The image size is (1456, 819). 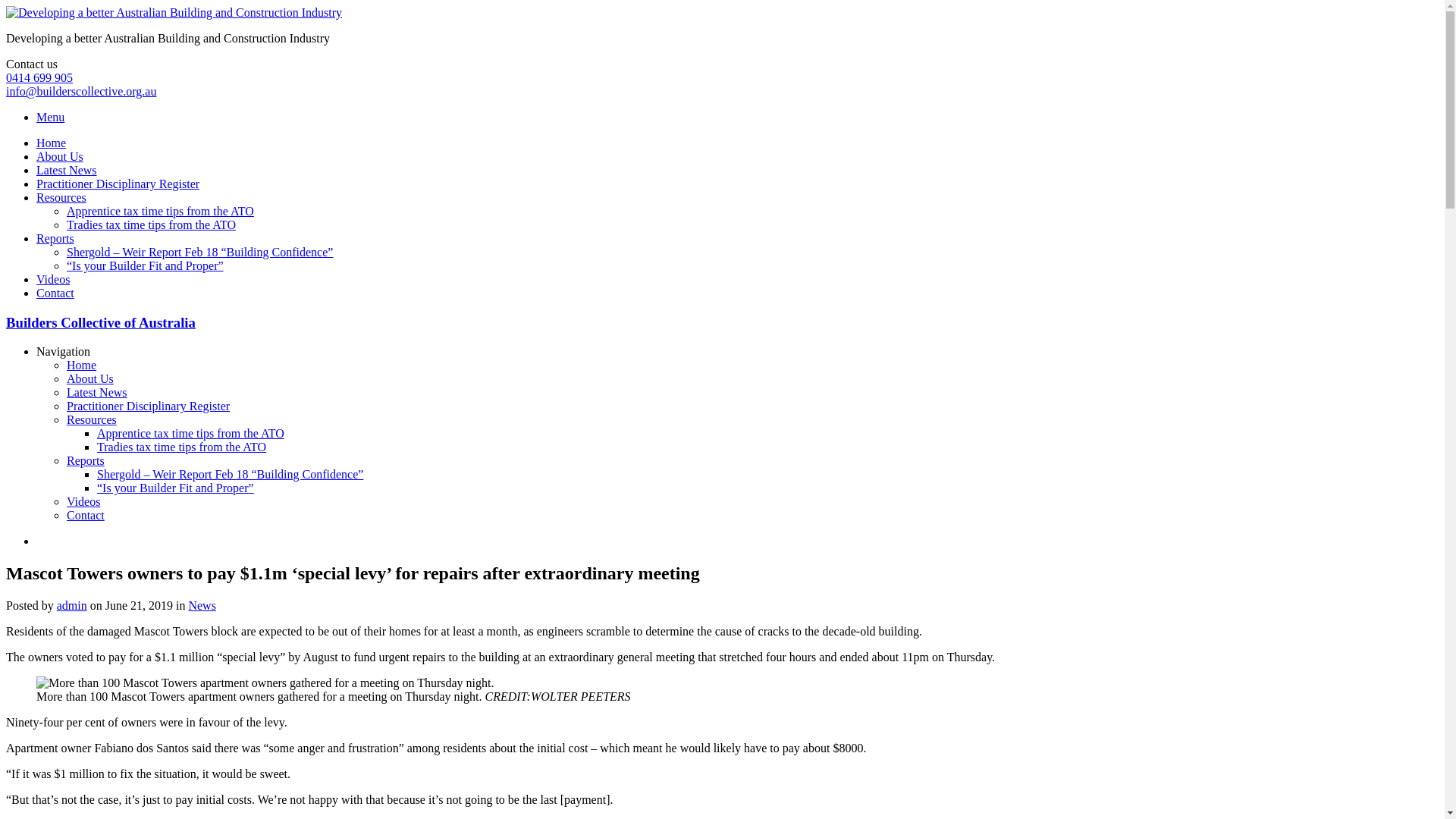 I want to click on 'Videos', so click(x=53, y=279).